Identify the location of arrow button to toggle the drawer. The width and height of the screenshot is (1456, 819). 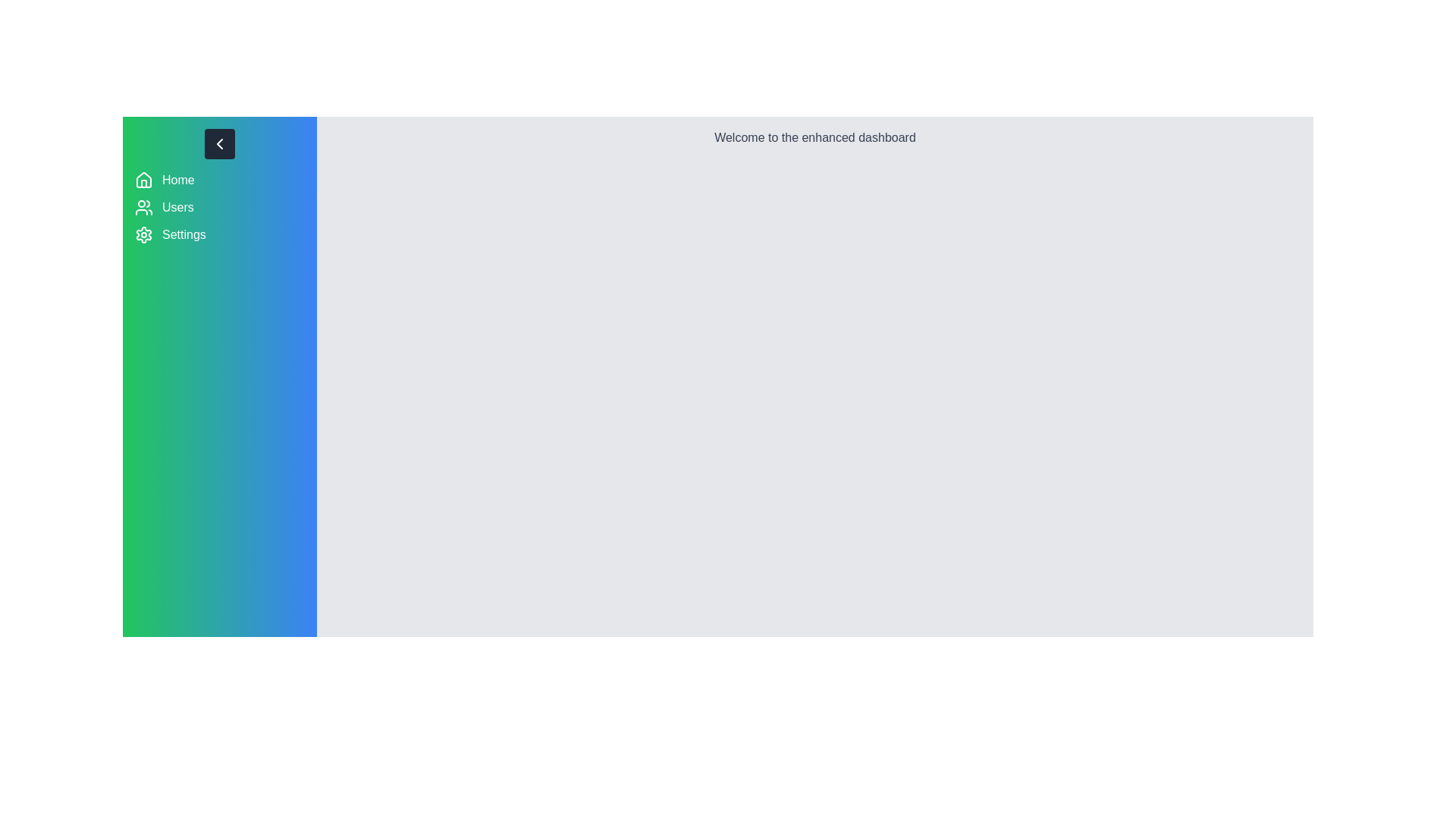
(218, 143).